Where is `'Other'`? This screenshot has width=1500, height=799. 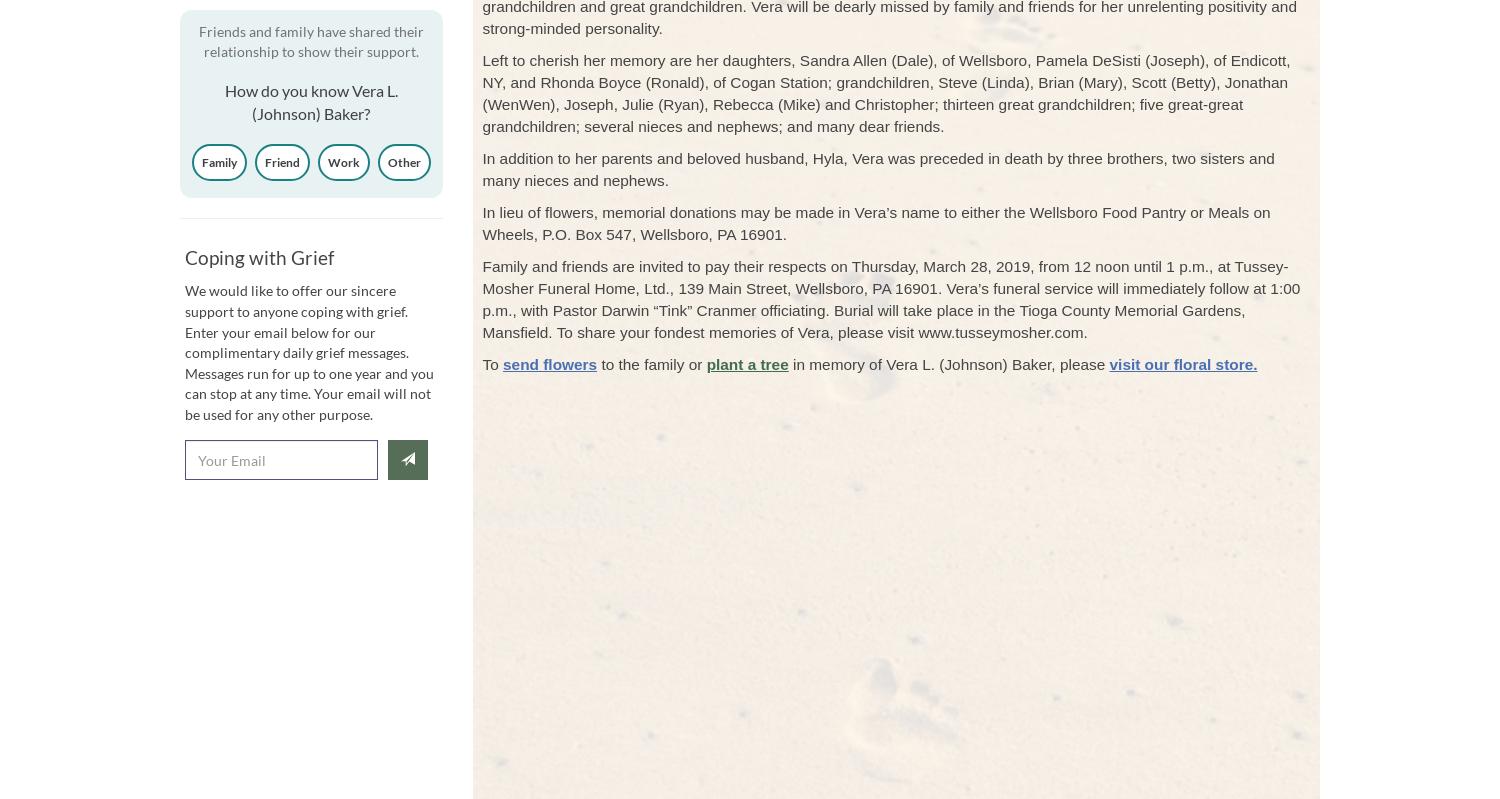 'Other' is located at coordinates (403, 160).